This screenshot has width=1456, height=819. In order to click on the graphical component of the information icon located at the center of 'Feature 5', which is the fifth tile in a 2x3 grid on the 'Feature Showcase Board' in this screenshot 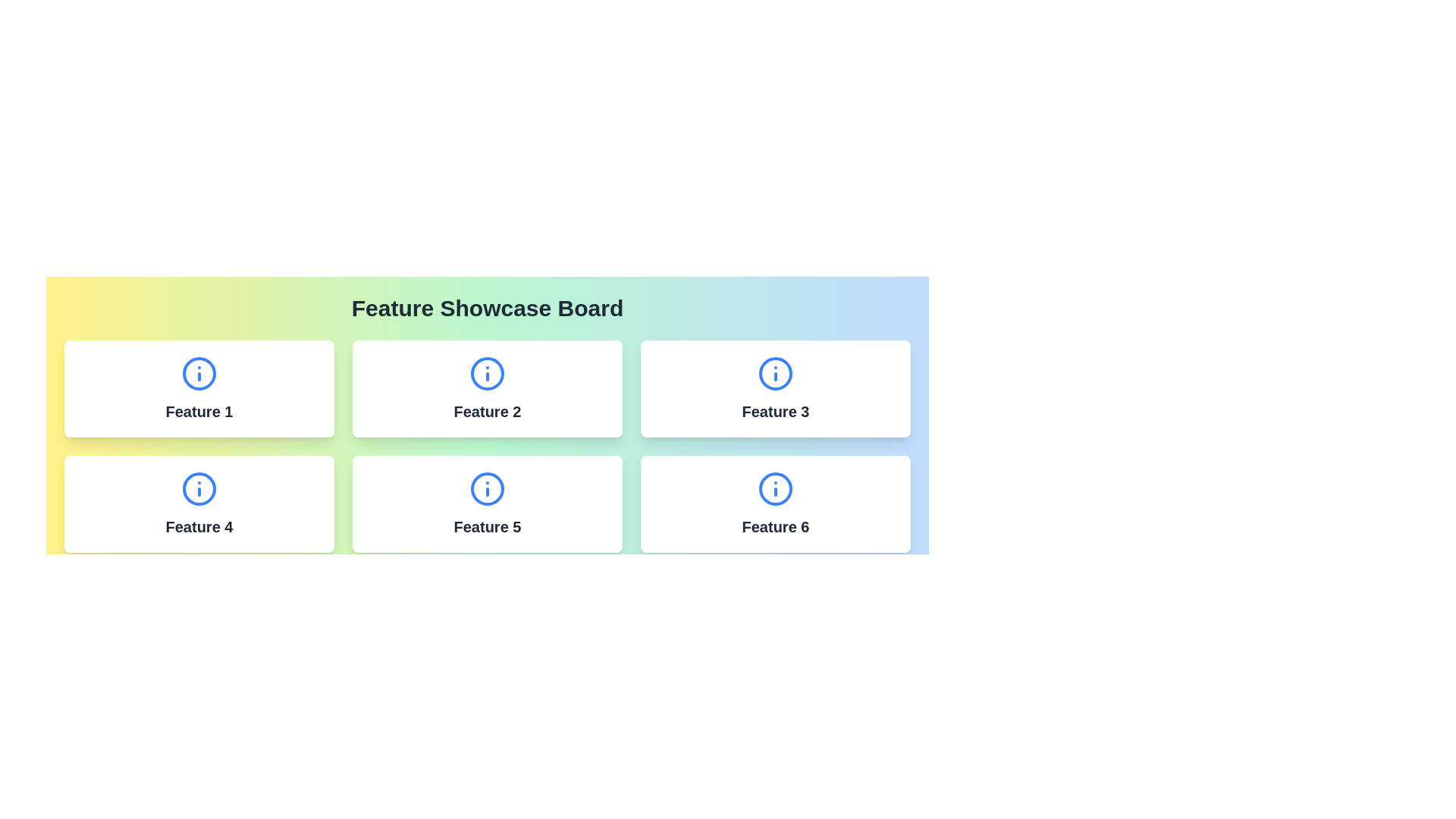, I will do `click(488, 488)`.